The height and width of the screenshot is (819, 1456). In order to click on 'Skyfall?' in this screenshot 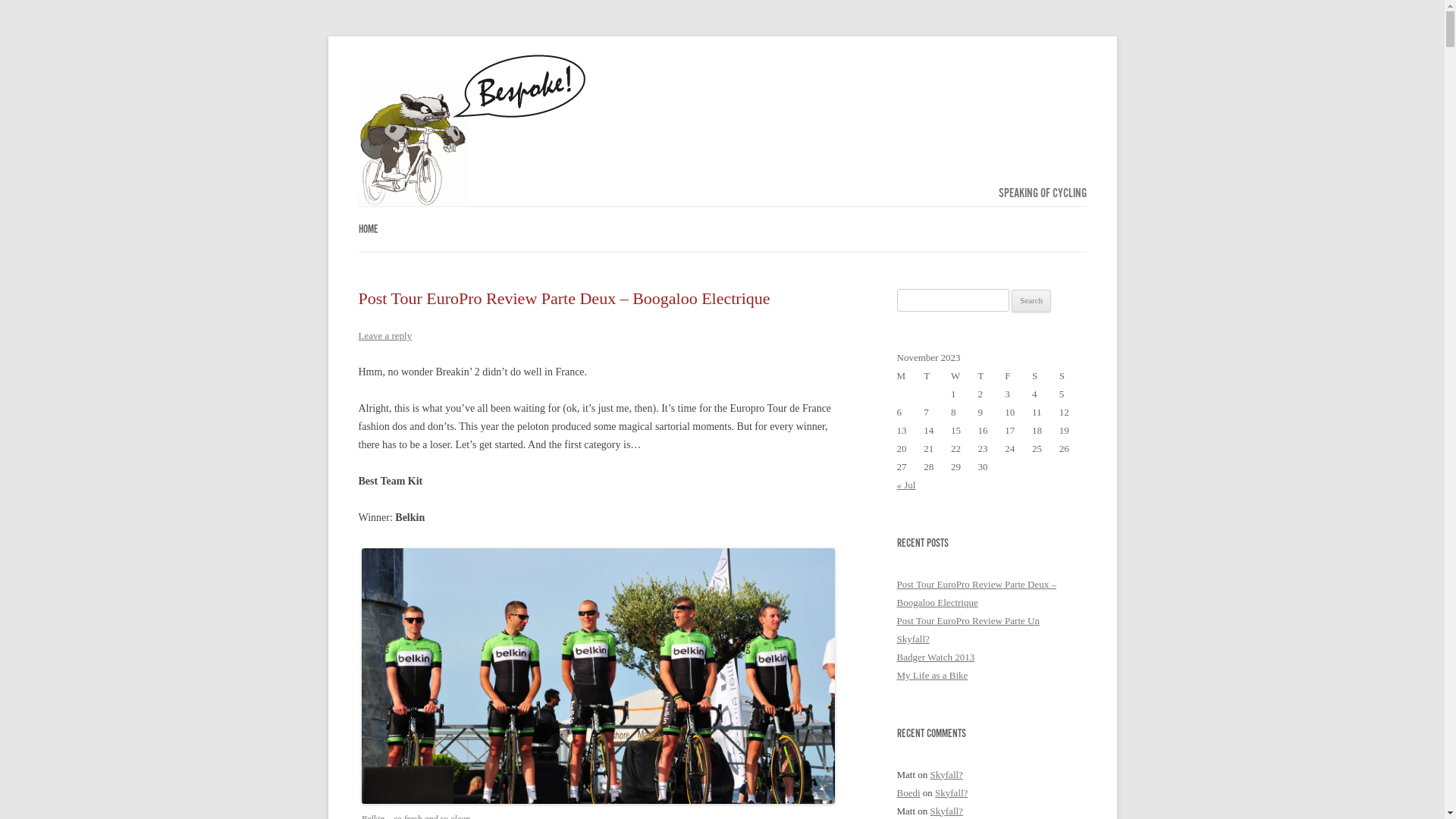, I will do `click(946, 774)`.